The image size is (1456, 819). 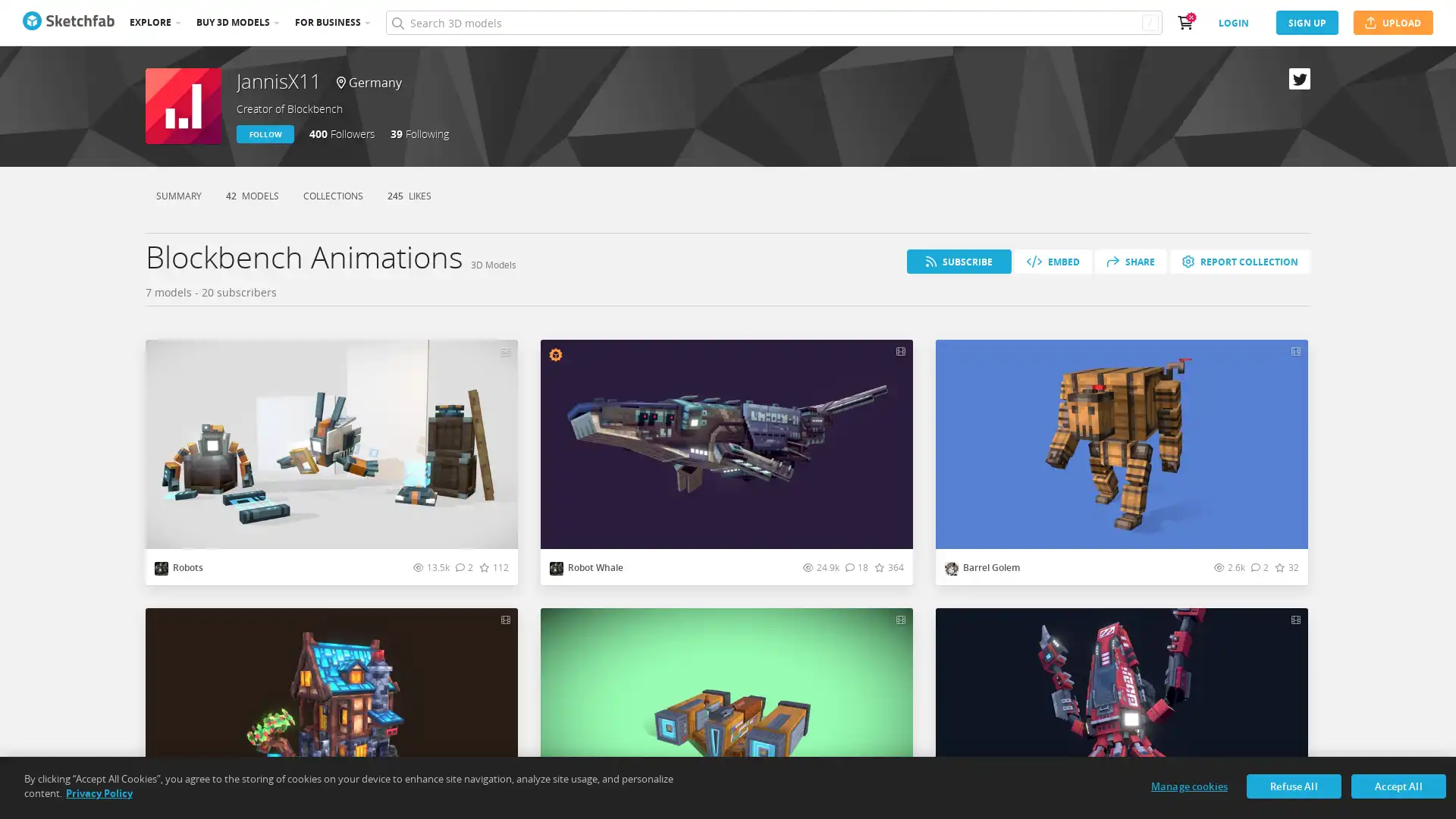 What do you see at coordinates (1052, 260) in the screenshot?
I see `EMBED` at bounding box center [1052, 260].